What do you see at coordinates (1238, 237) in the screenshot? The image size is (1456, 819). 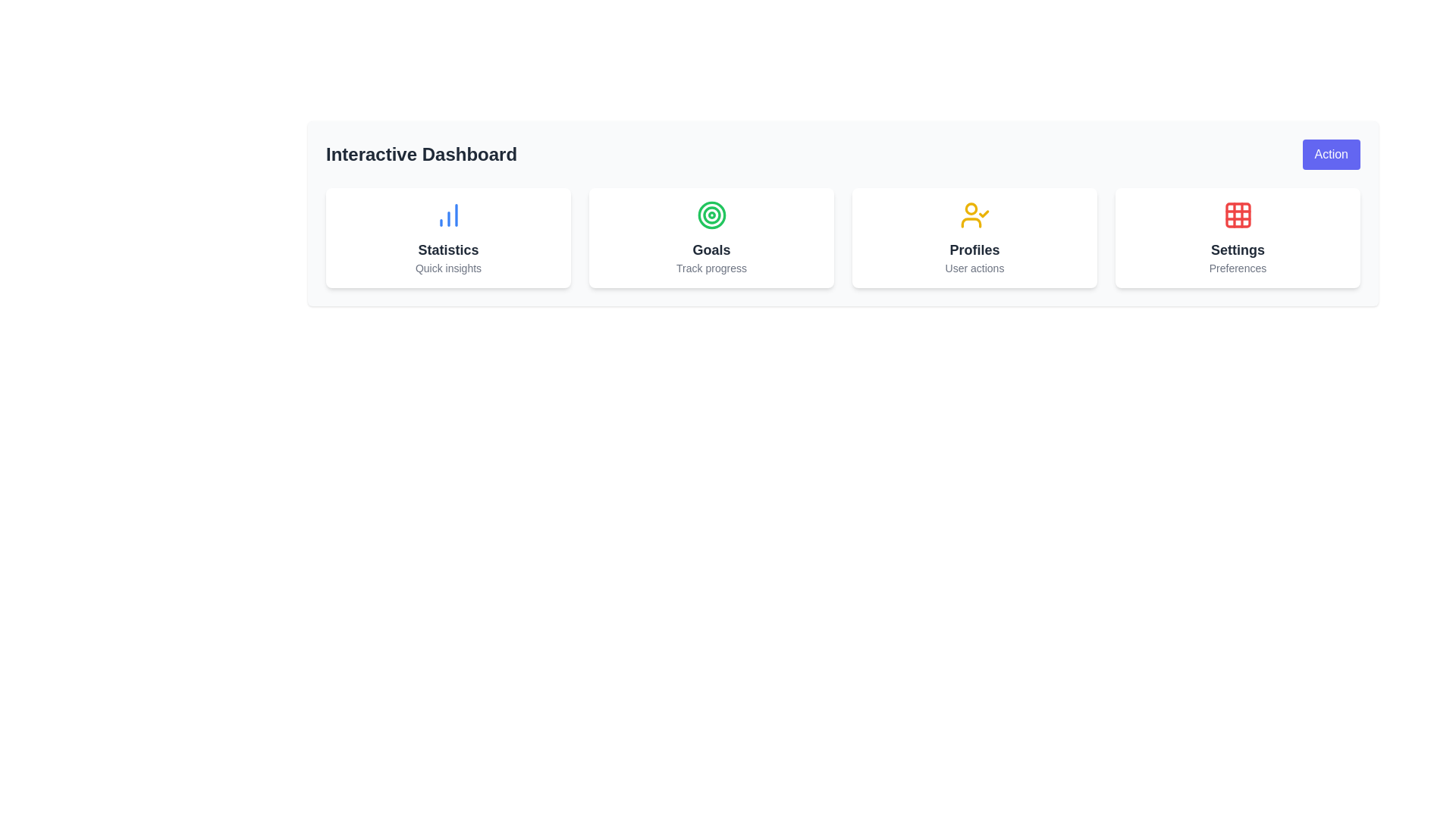 I see `the interactive card labeled 'Settings' with a grid icon, located on the far right of the row in a horizontally aligned grid` at bounding box center [1238, 237].